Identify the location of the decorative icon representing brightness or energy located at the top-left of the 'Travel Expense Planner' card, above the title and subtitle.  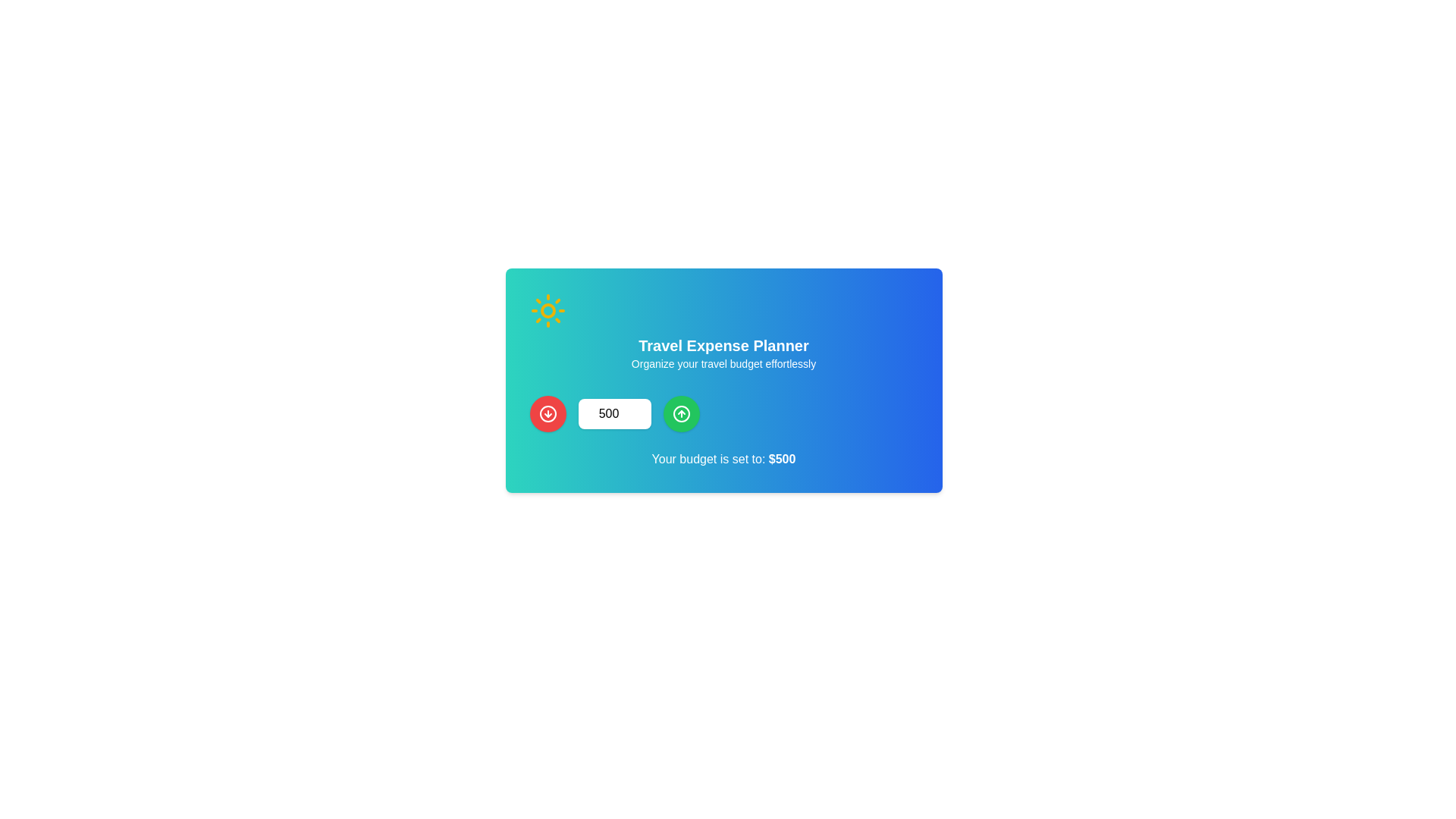
(547, 309).